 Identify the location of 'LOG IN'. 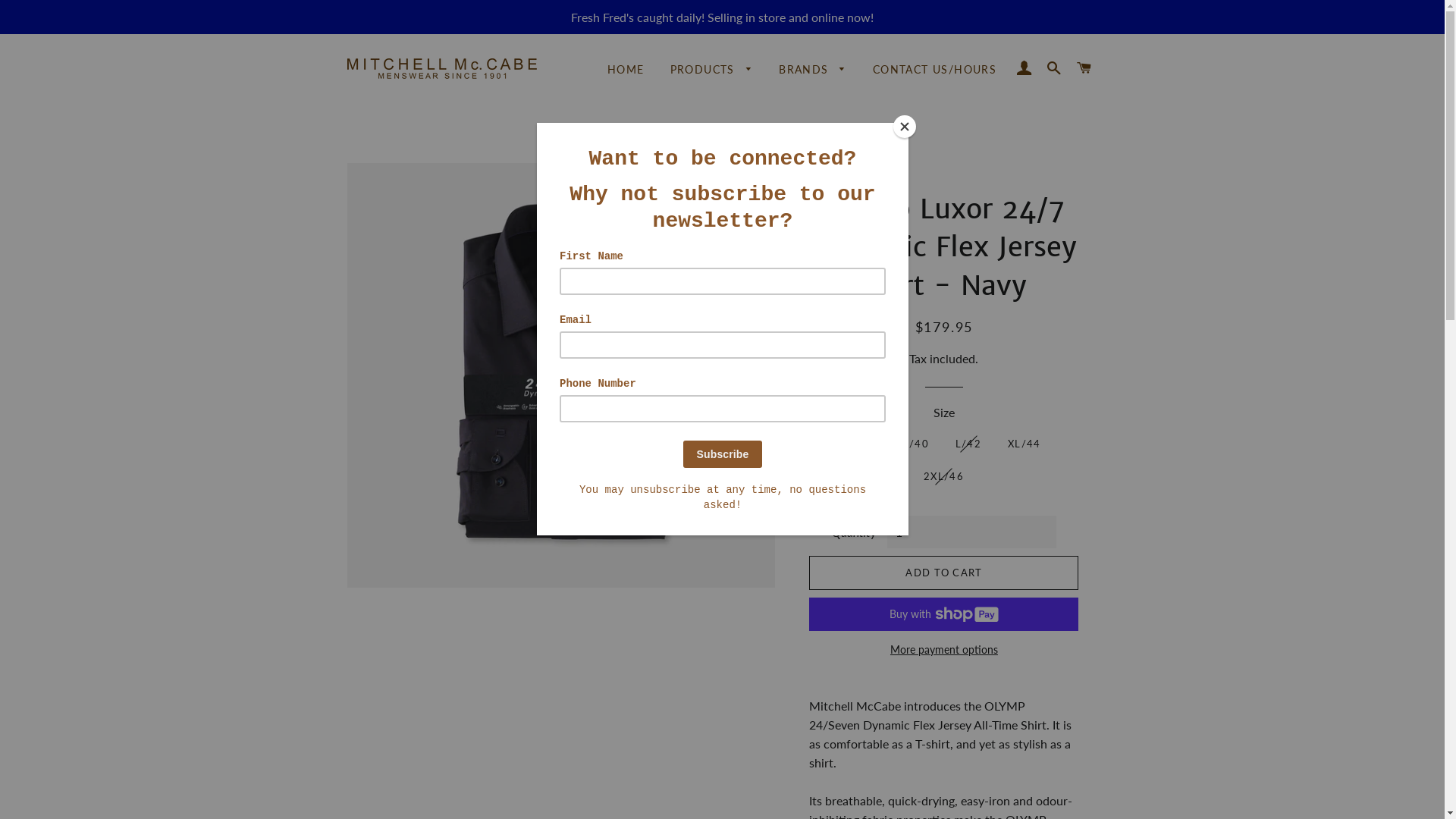
(1024, 67).